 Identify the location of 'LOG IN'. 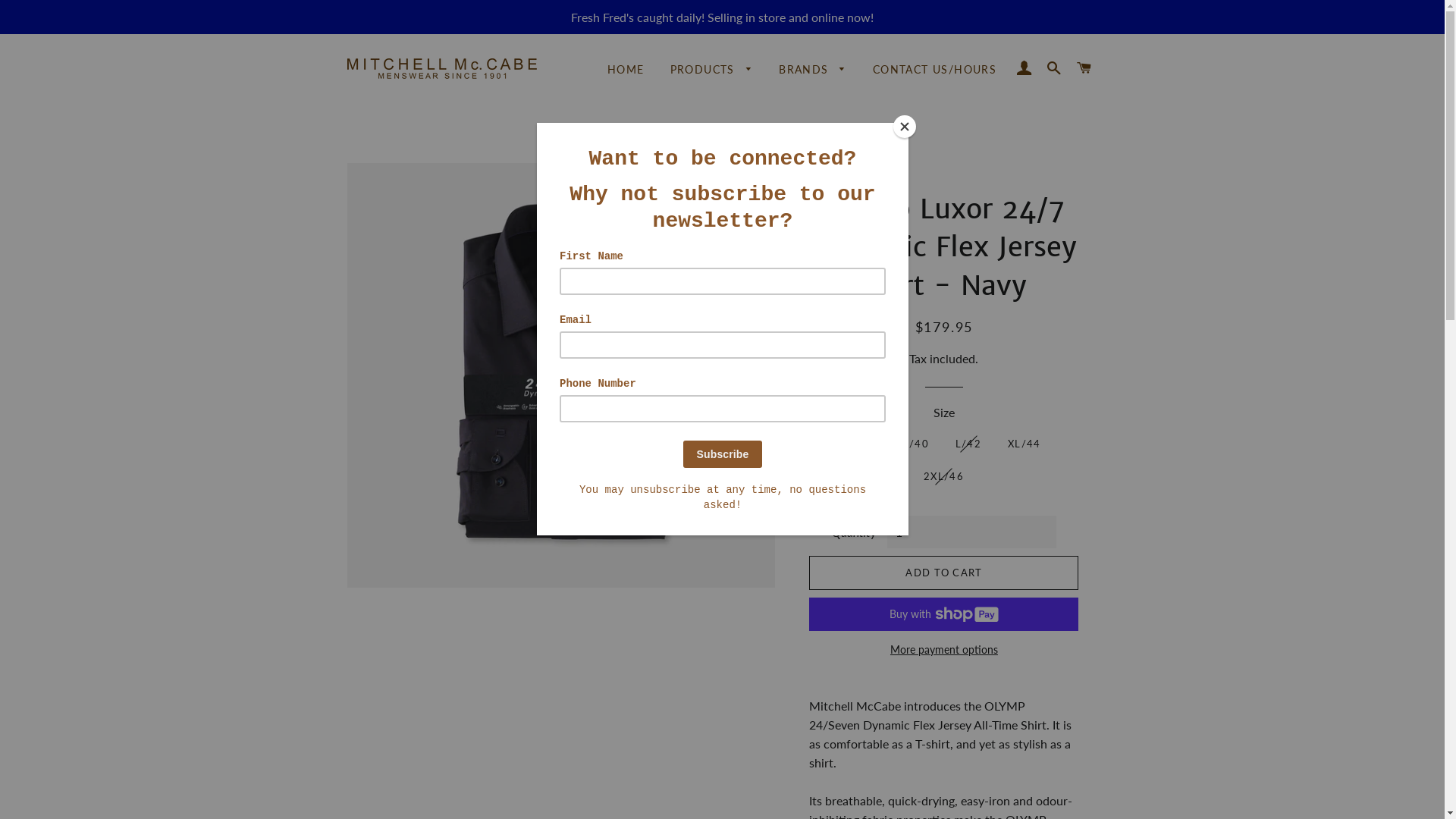
(1024, 67).